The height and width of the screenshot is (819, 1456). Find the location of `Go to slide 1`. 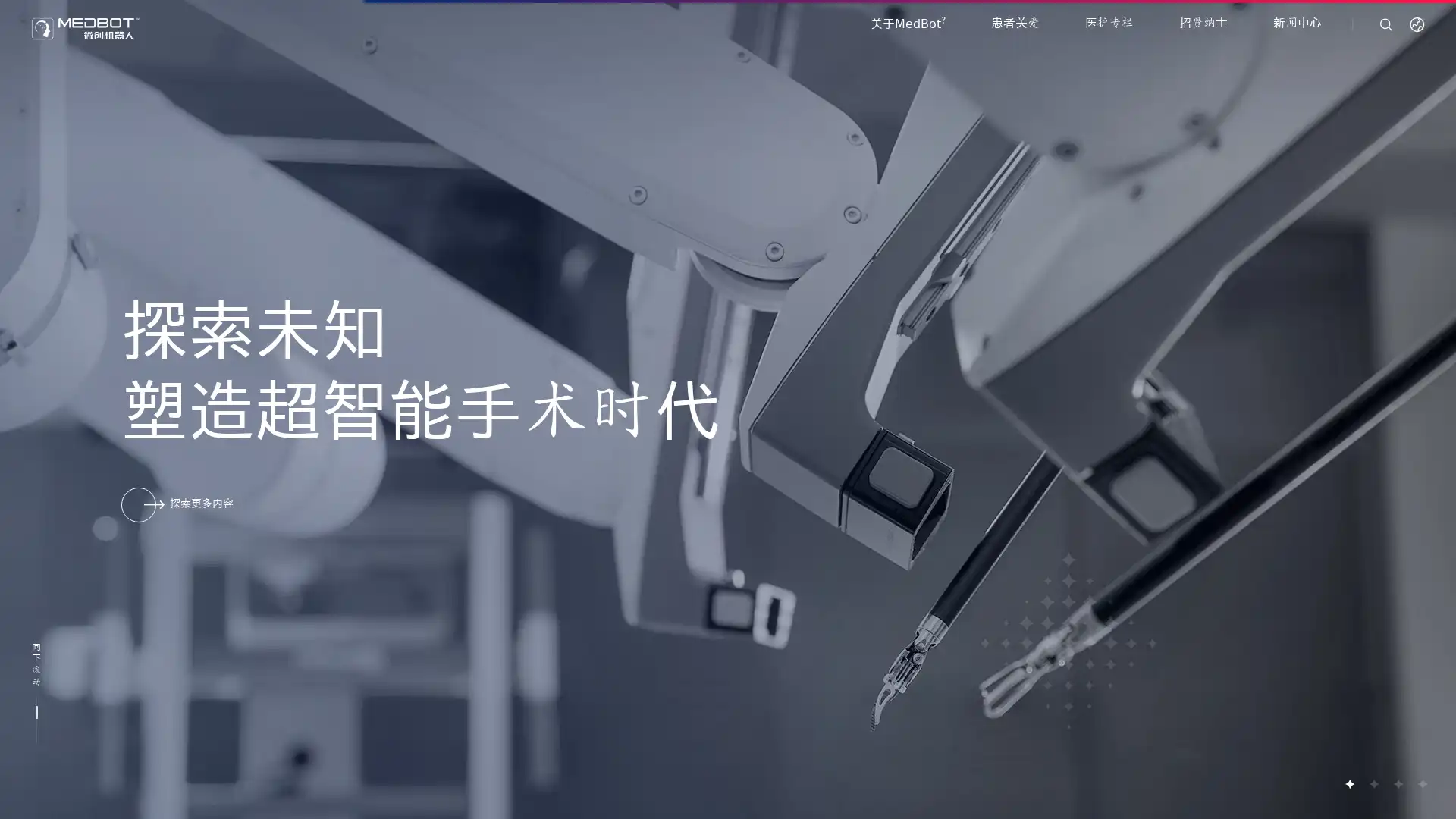

Go to slide 1 is located at coordinates (1349, 783).